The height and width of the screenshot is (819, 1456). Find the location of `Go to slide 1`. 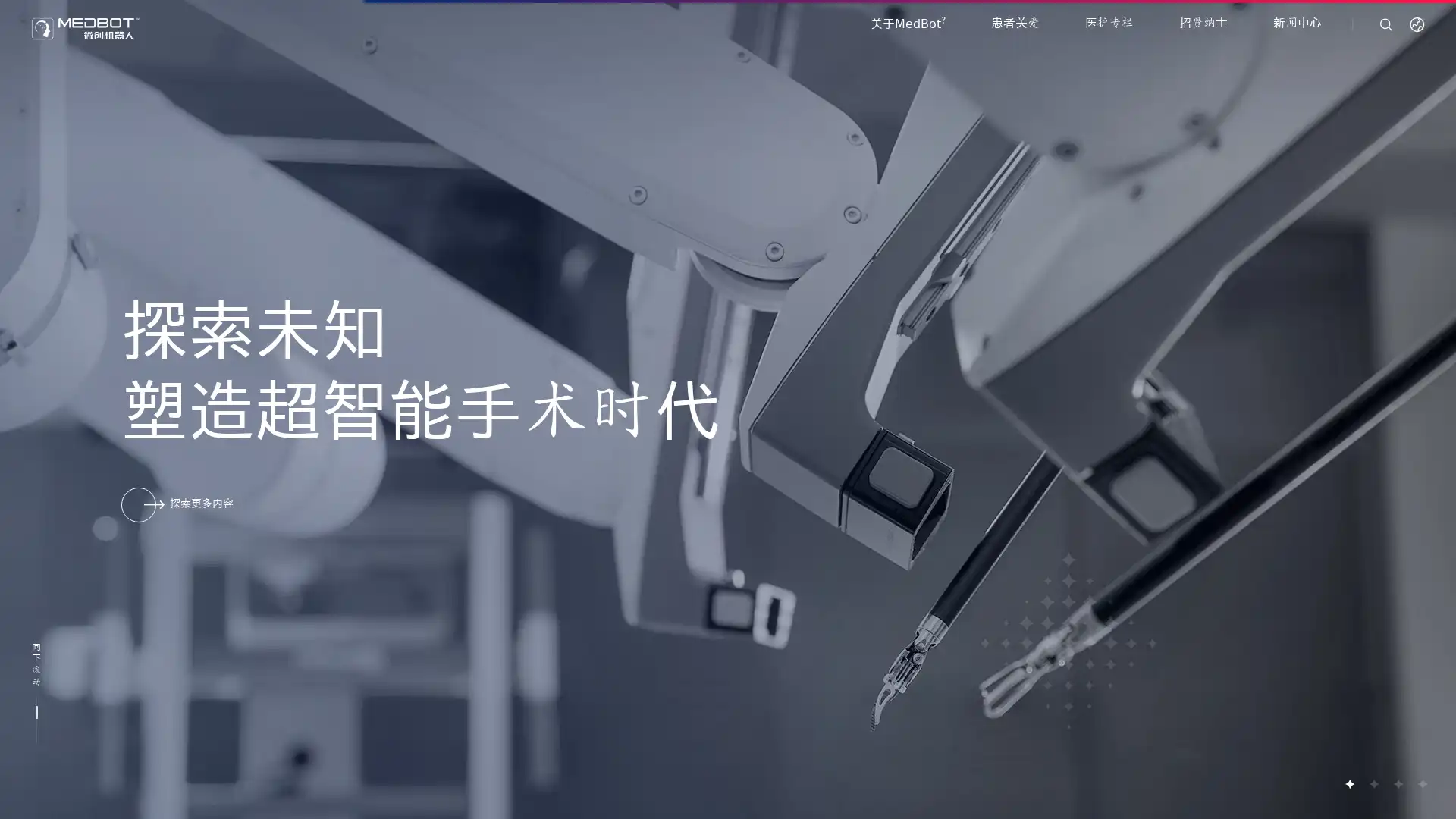

Go to slide 1 is located at coordinates (1349, 783).